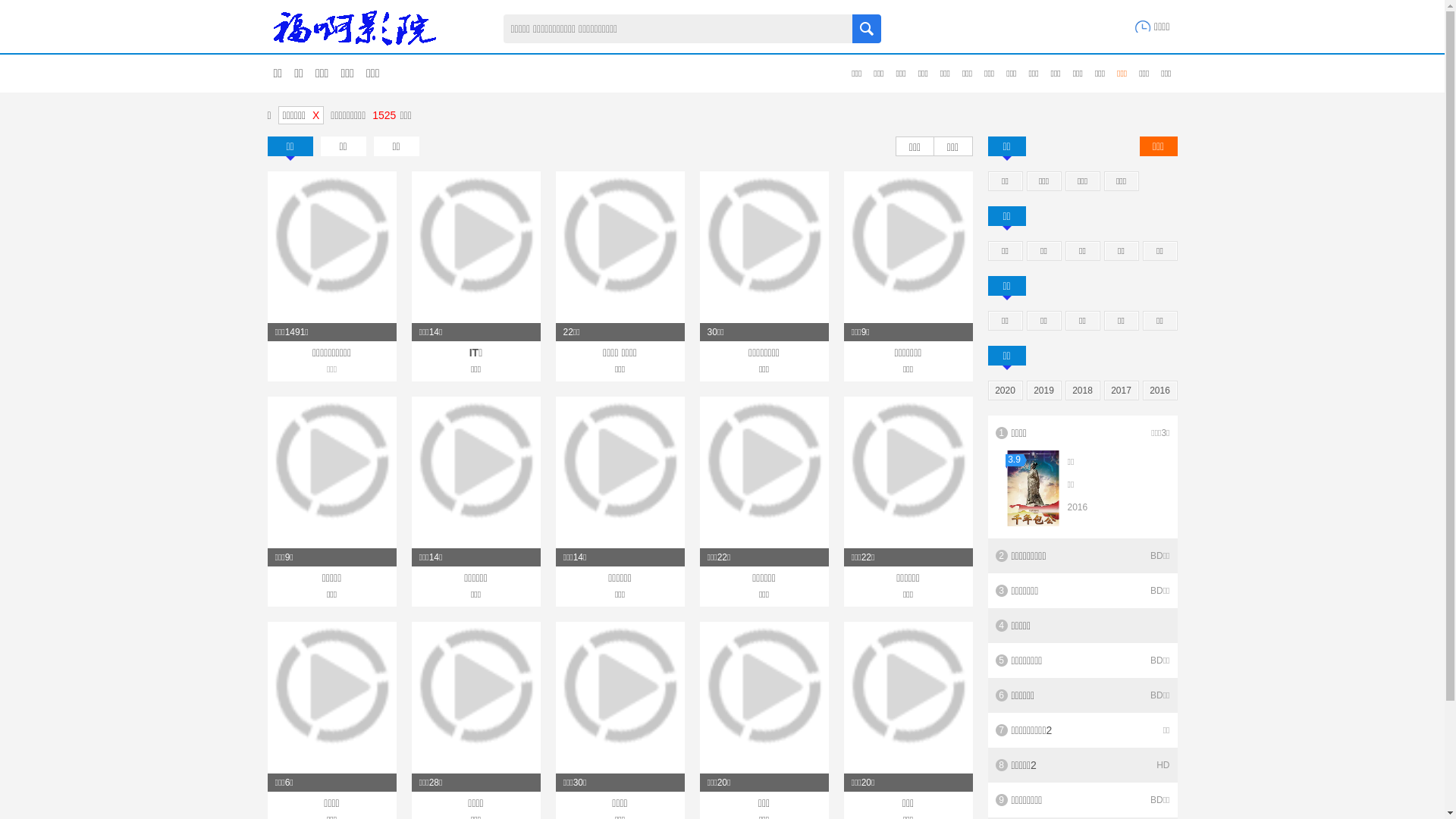 This screenshot has height=819, width=1456. What do you see at coordinates (1159, 390) in the screenshot?
I see `'2016'` at bounding box center [1159, 390].